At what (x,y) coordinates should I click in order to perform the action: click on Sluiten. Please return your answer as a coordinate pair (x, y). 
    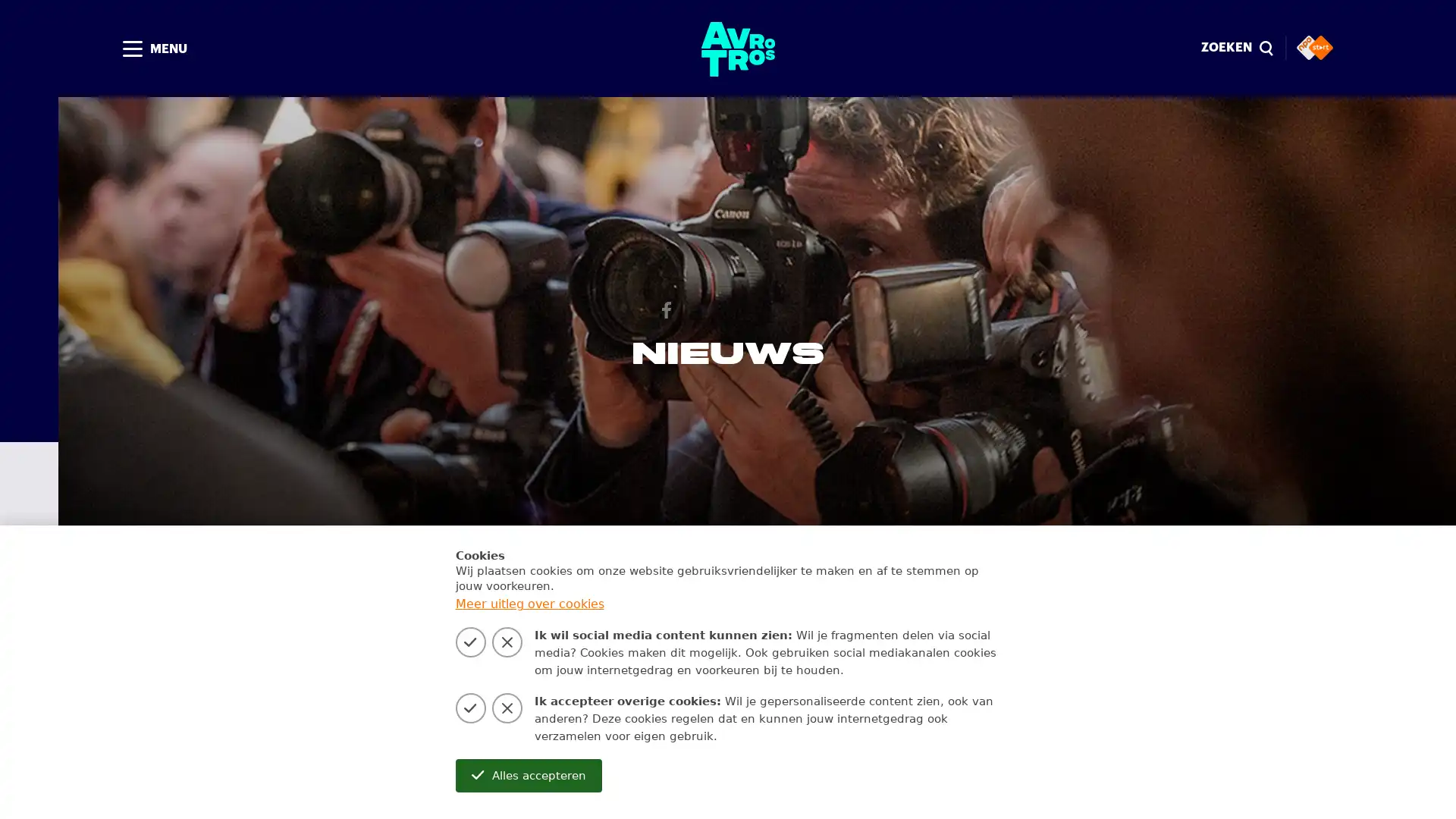
    Looking at the image, I should click on (1266, 49).